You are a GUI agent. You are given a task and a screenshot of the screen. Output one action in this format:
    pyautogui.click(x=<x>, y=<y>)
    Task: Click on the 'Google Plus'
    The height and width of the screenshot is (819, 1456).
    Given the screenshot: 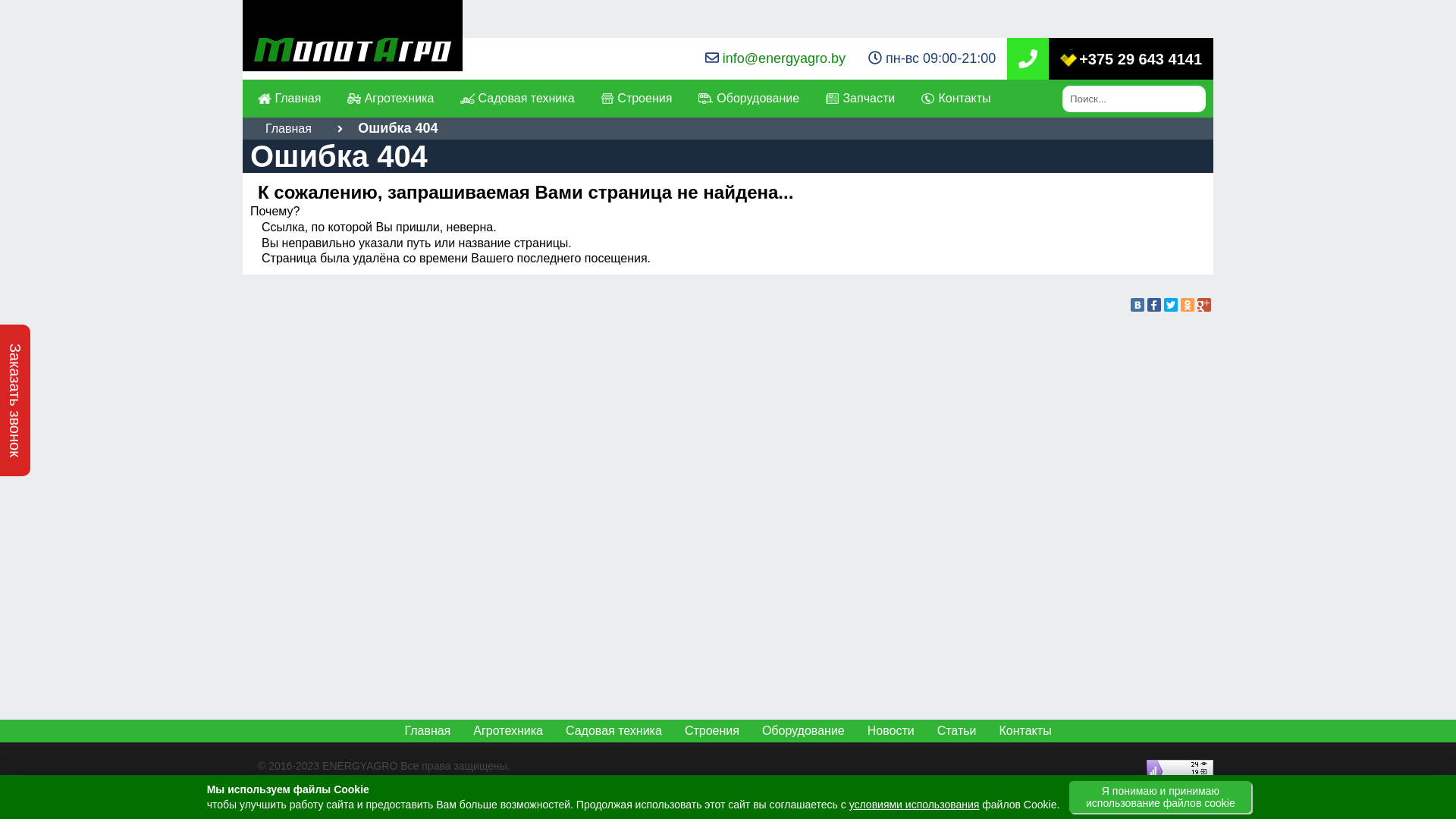 What is the action you would take?
    pyautogui.click(x=1203, y=304)
    